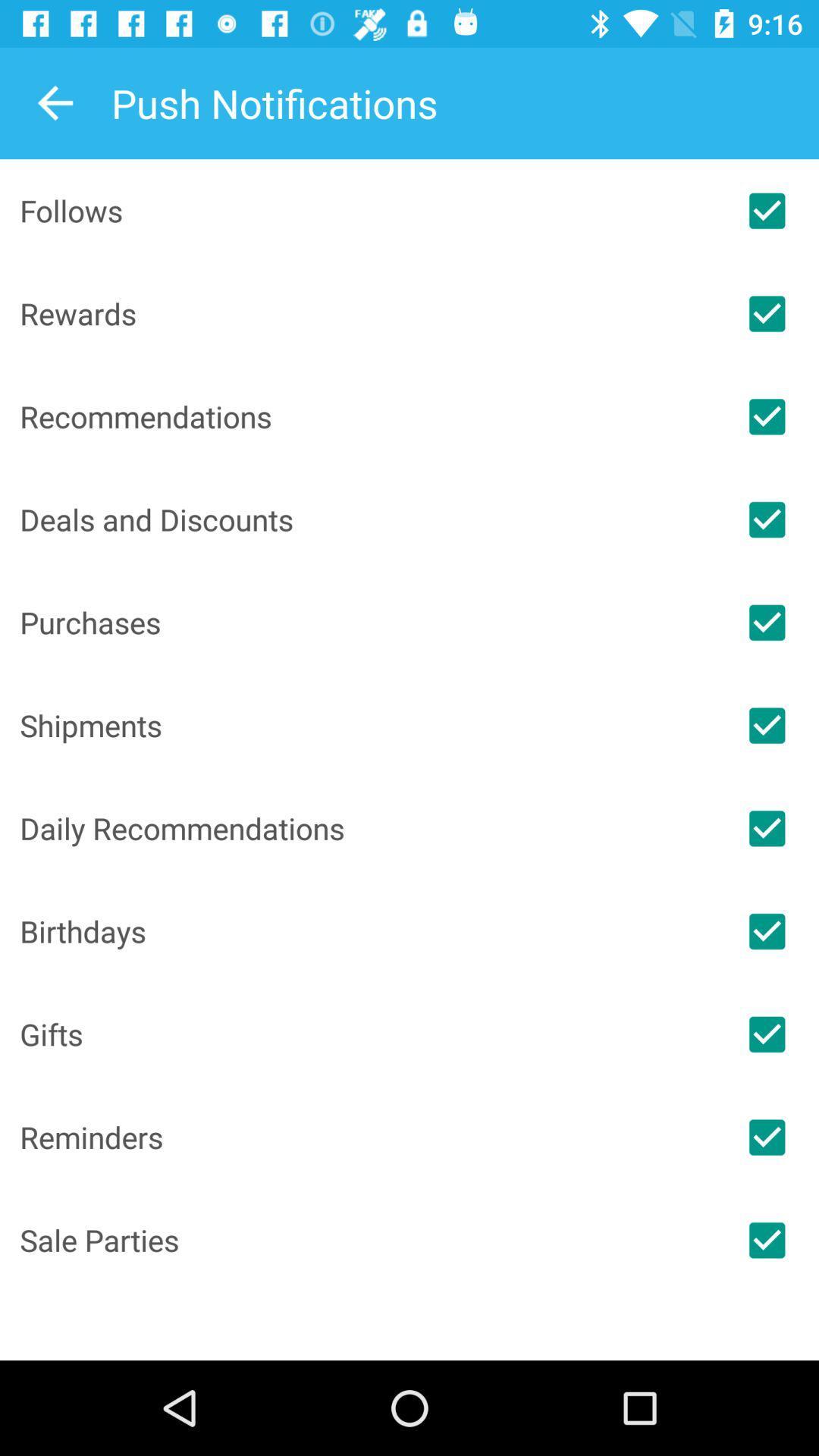 The image size is (819, 1456). What do you see at coordinates (367, 930) in the screenshot?
I see `the birthdays item` at bounding box center [367, 930].